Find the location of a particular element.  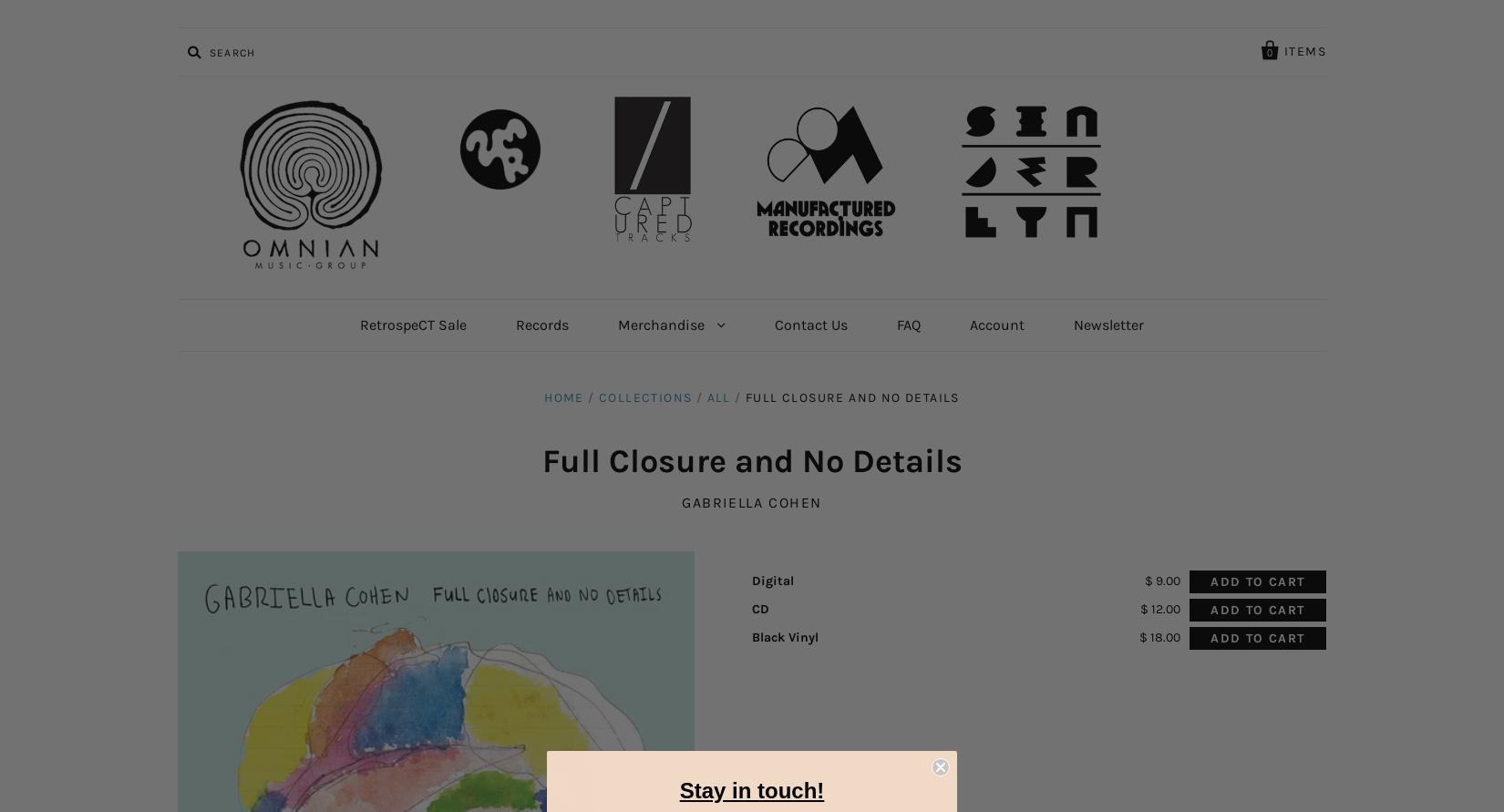

'Account' is located at coordinates (969, 324).